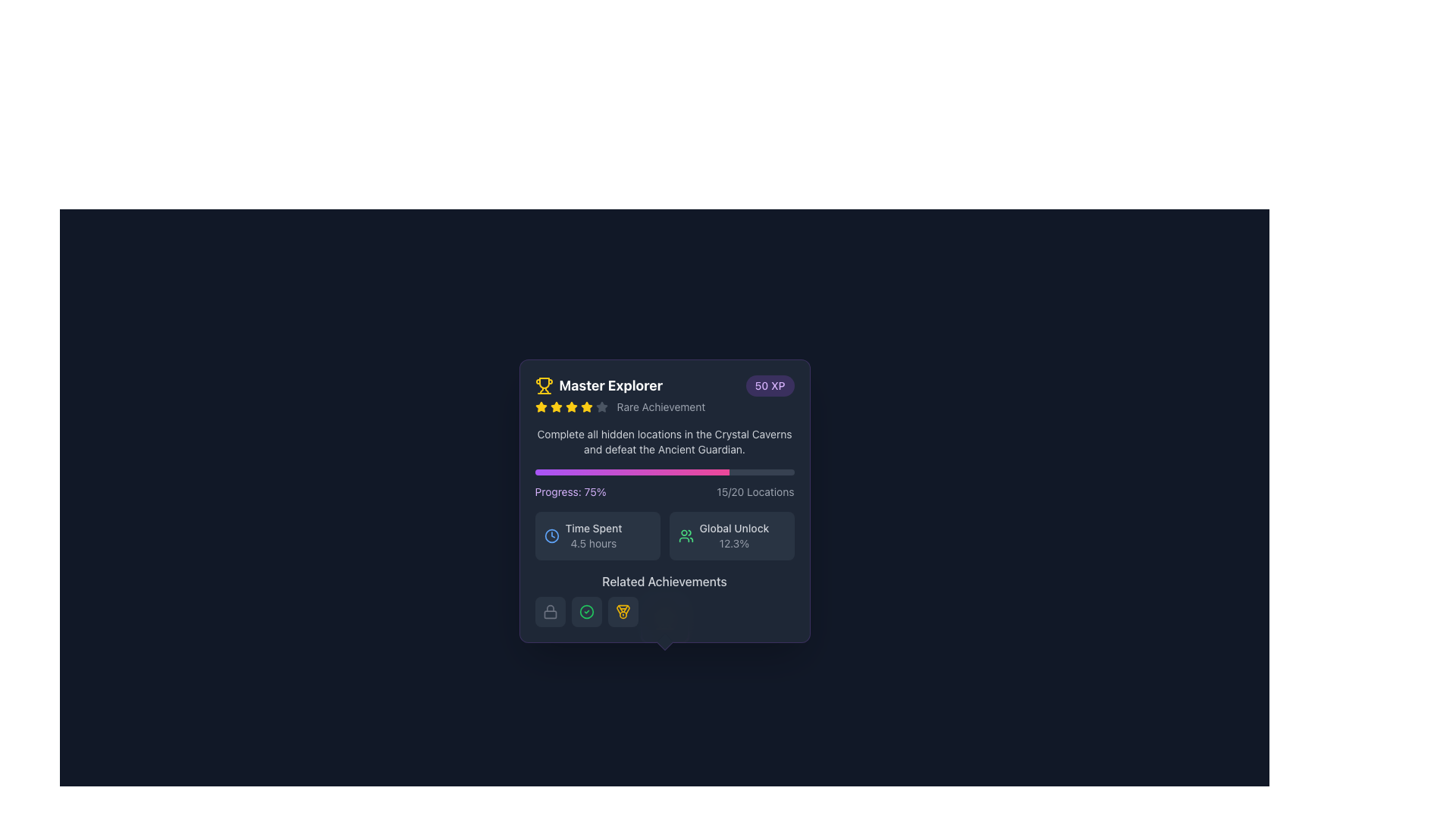 The image size is (1456, 819). Describe the element at coordinates (596, 535) in the screenshot. I see `the Information card displaying time spent, which includes a label, an icon, and a descriptive value, located in the left half of the two-column grid structure` at that location.